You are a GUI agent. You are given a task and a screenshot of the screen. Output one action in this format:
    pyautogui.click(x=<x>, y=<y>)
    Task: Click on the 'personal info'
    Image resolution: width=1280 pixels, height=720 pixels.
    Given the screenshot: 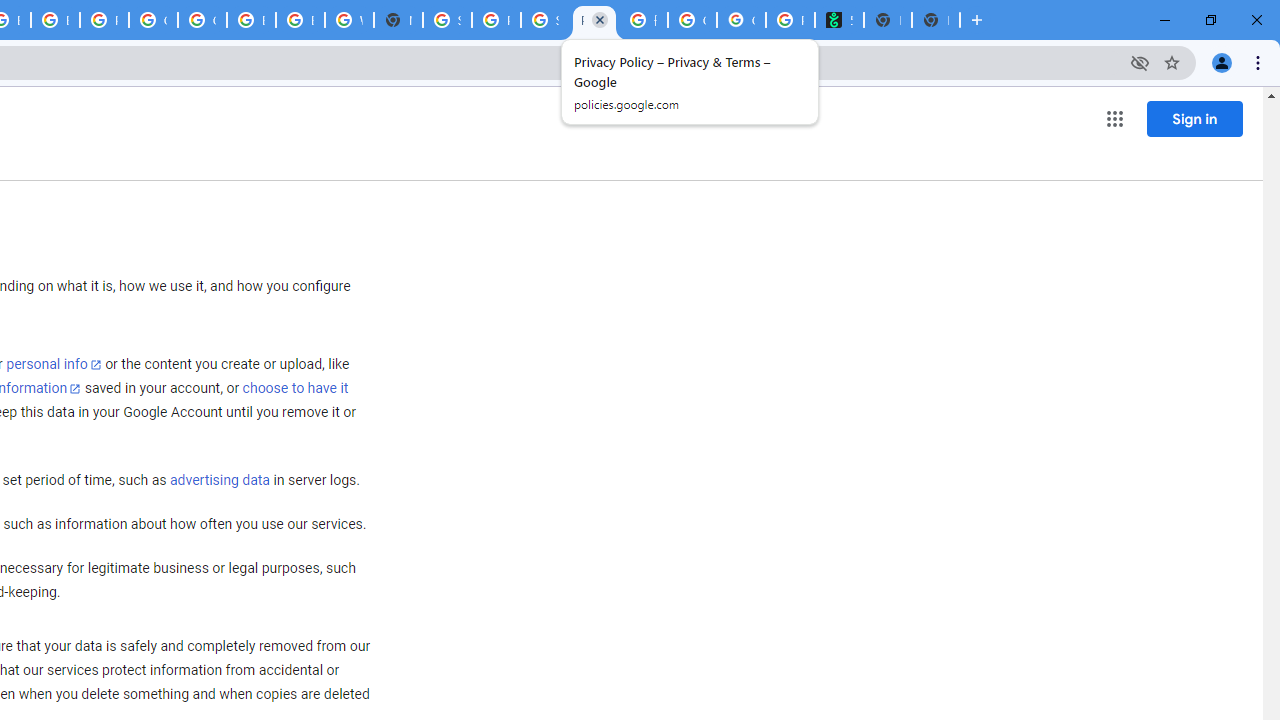 What is the action you would take?
    pyautogui.click(x=54, y=364)
    